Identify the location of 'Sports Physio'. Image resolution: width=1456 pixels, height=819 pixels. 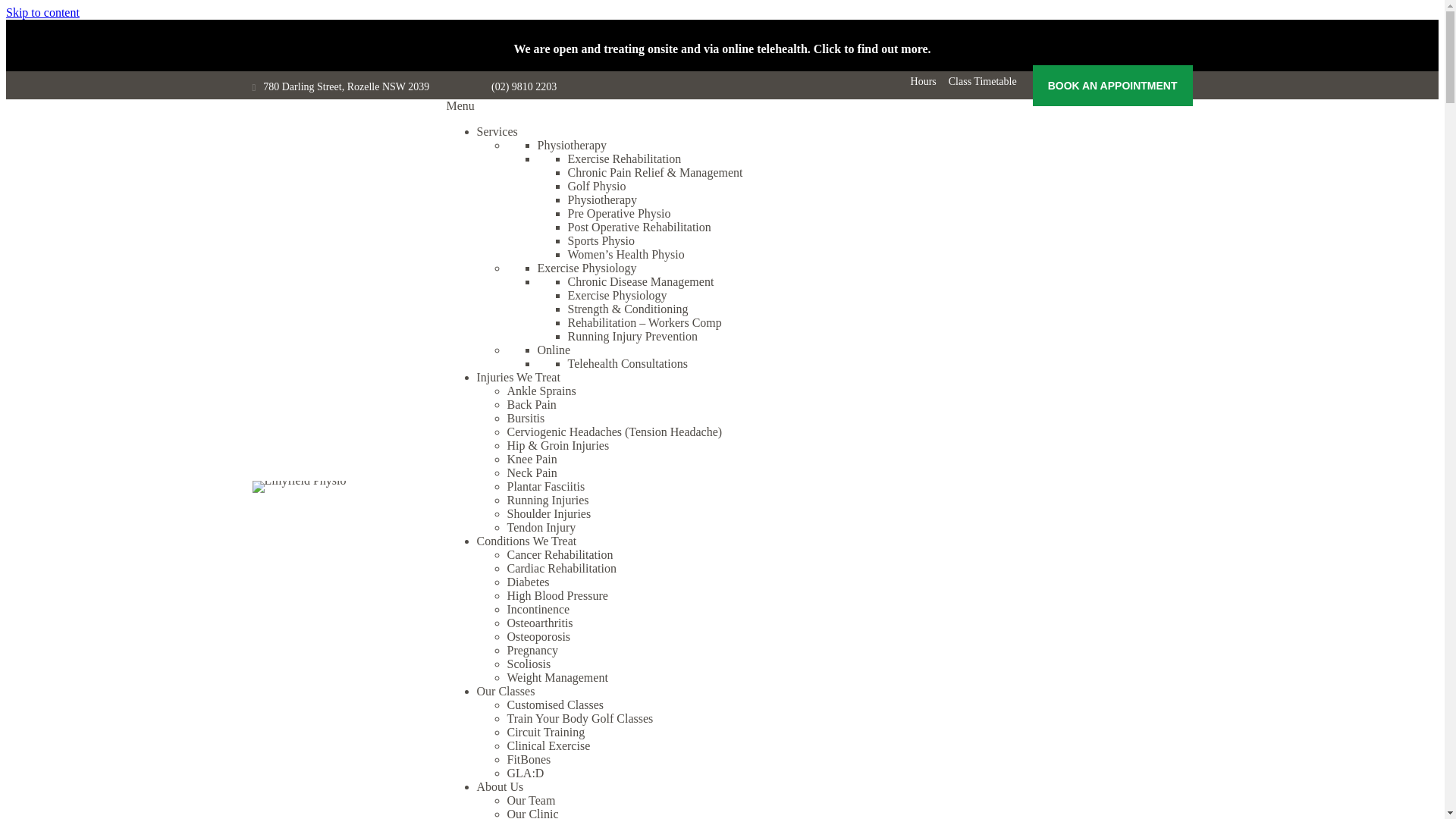
(600, 240).